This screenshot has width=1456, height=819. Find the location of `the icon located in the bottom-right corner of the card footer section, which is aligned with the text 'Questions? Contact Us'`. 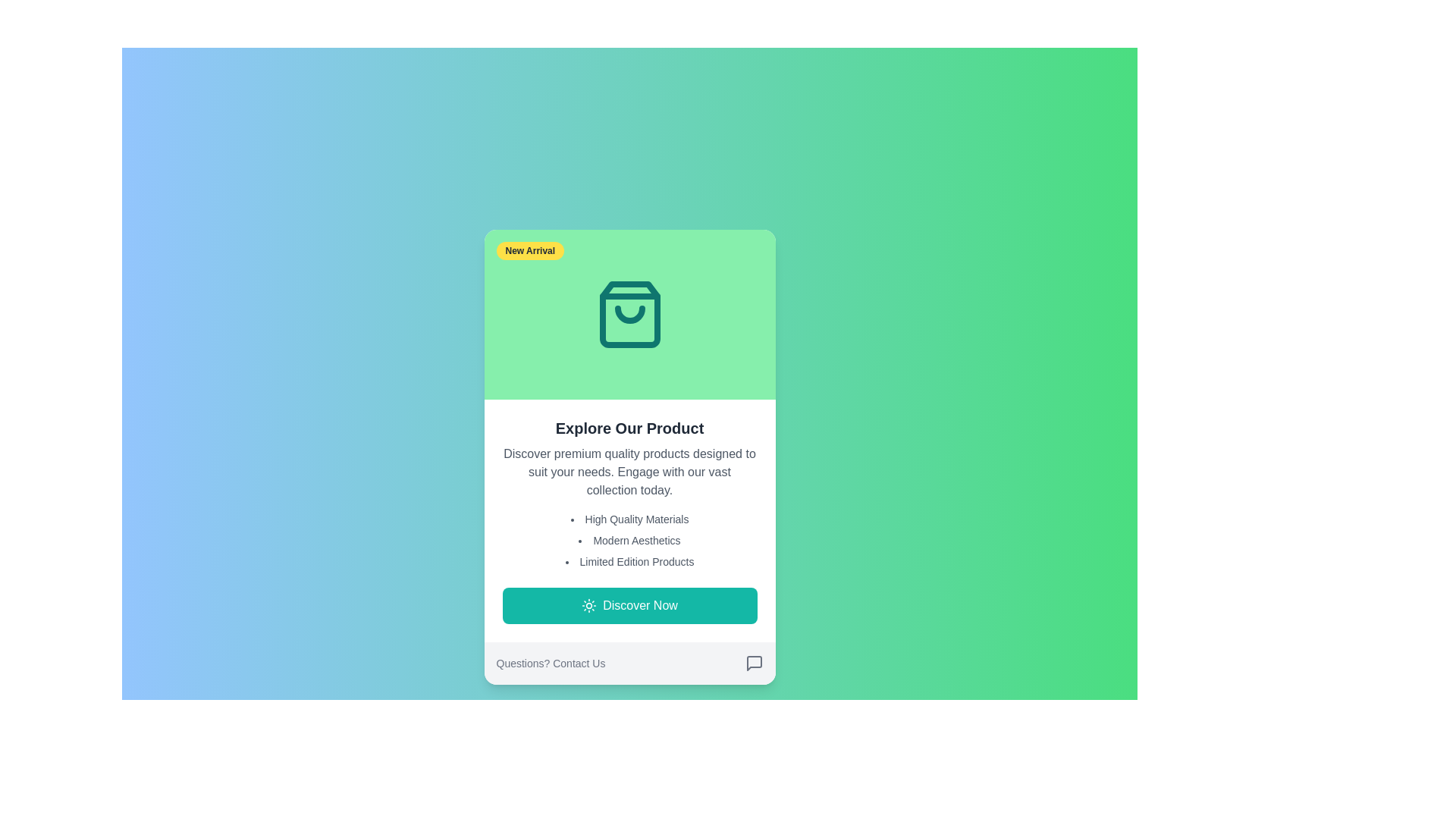

the icon located in the bottom-right corner of the card footer section, which is aligned with the text 'Questions? Contact Us' is located at coordinates (754, 663).